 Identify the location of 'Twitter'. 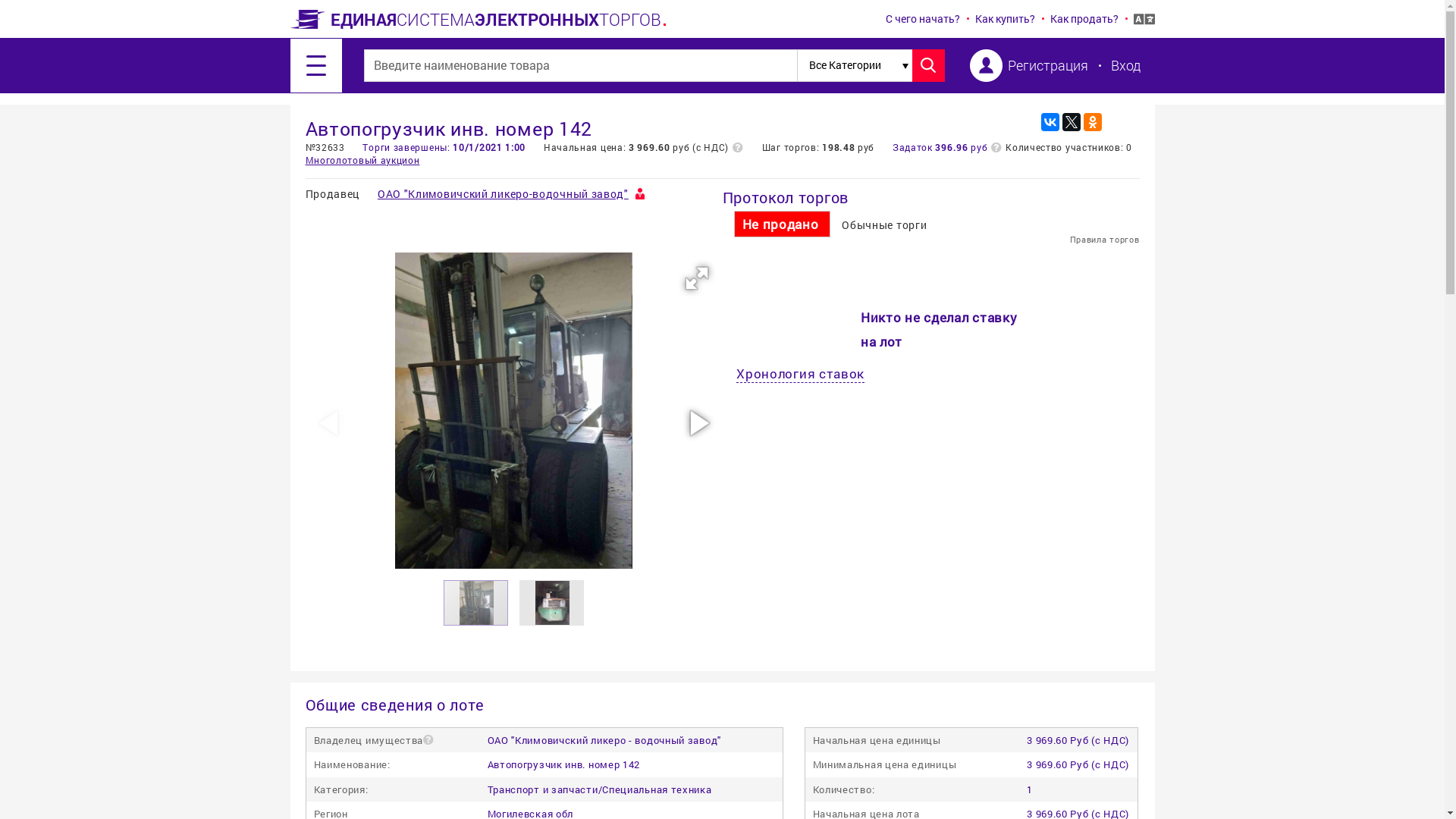
(1061, 121).